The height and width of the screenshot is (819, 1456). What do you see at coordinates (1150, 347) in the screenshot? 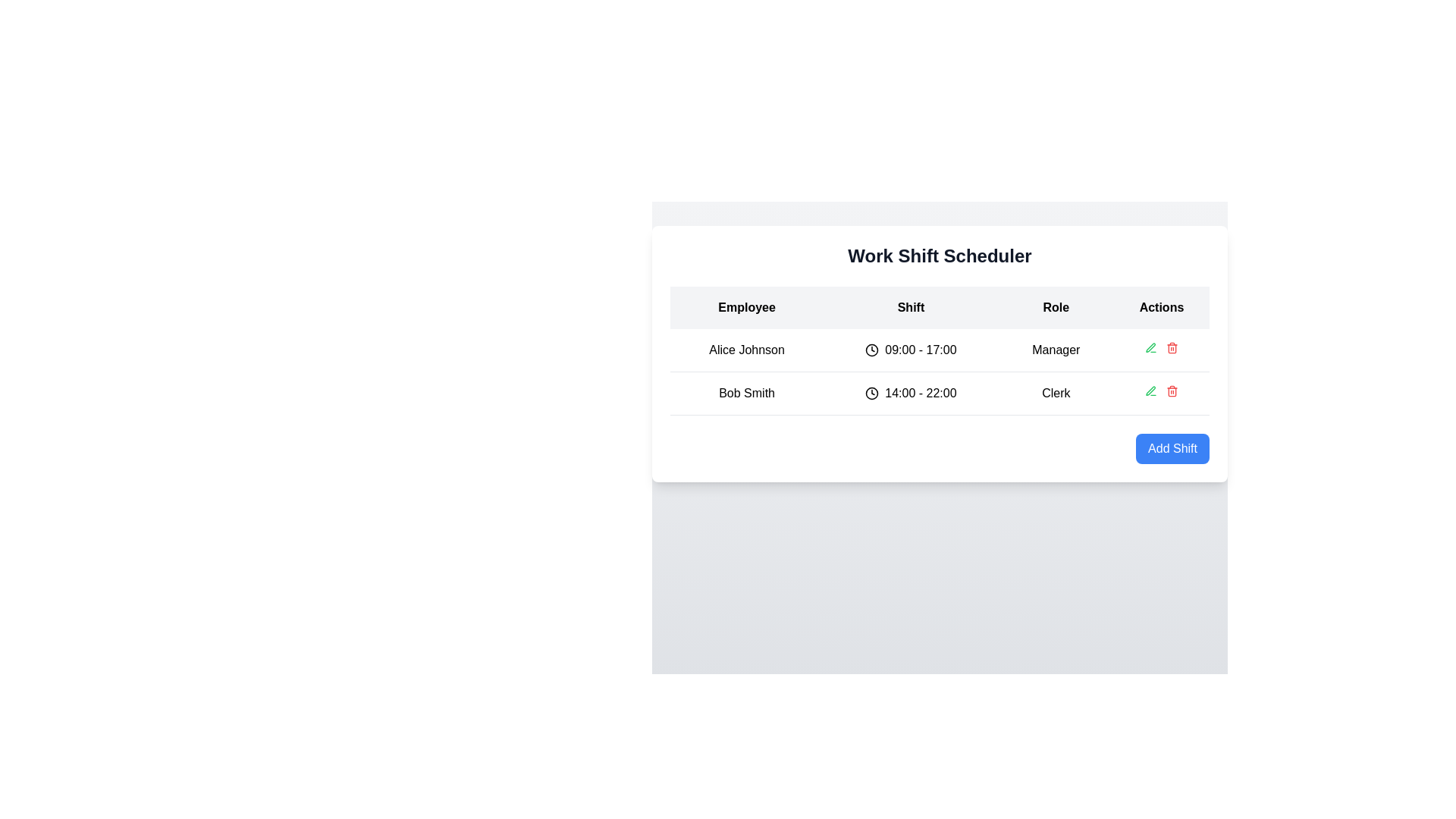
I see `the pen icon in the second row of the data table under the 'Actions' column` at bounding box center [1150, 347].